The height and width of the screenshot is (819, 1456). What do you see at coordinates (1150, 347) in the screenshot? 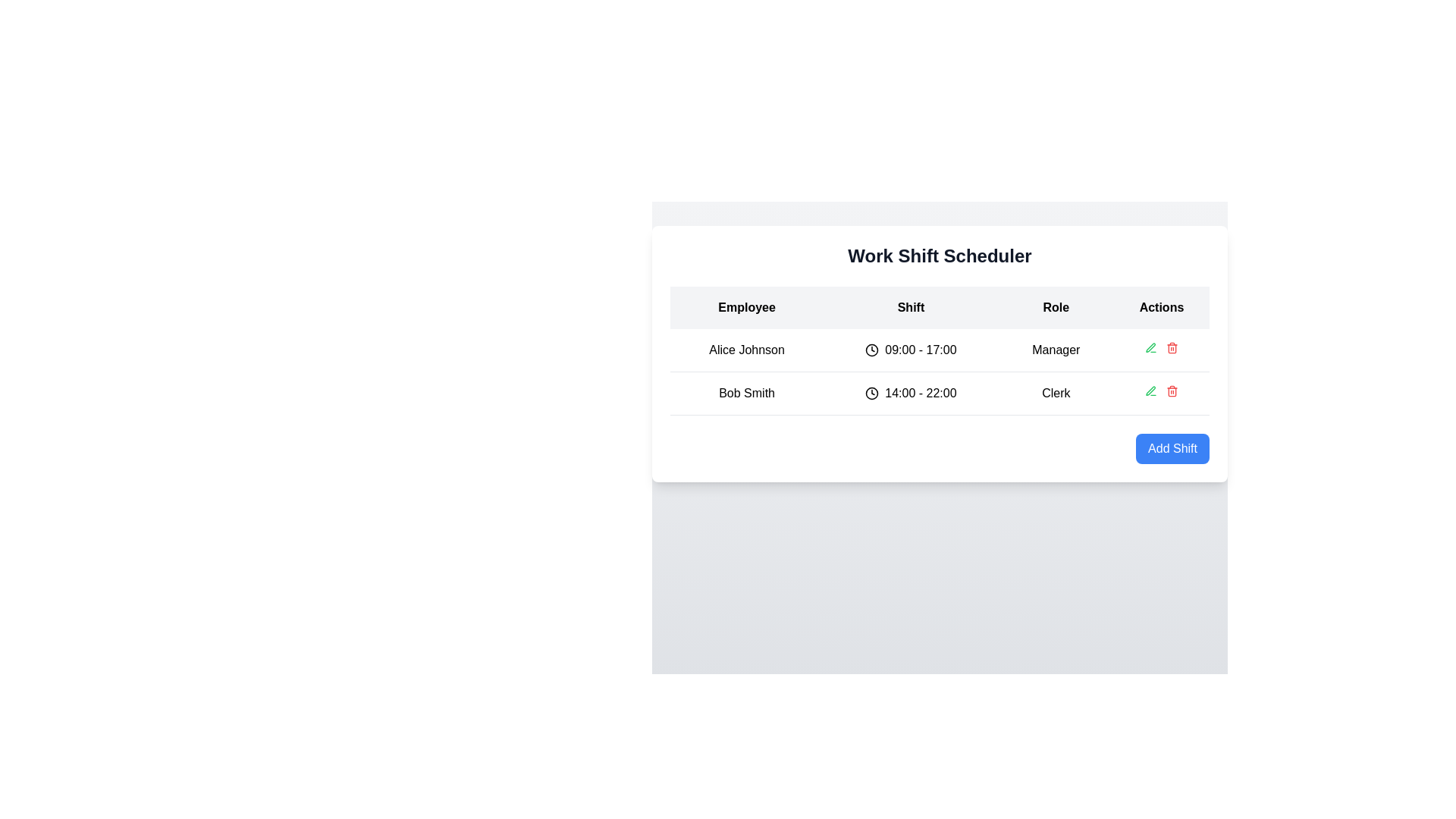
I see `the pen icon in the second row of the data table under the 'Actions' column` at bounding box center [1150, 347].